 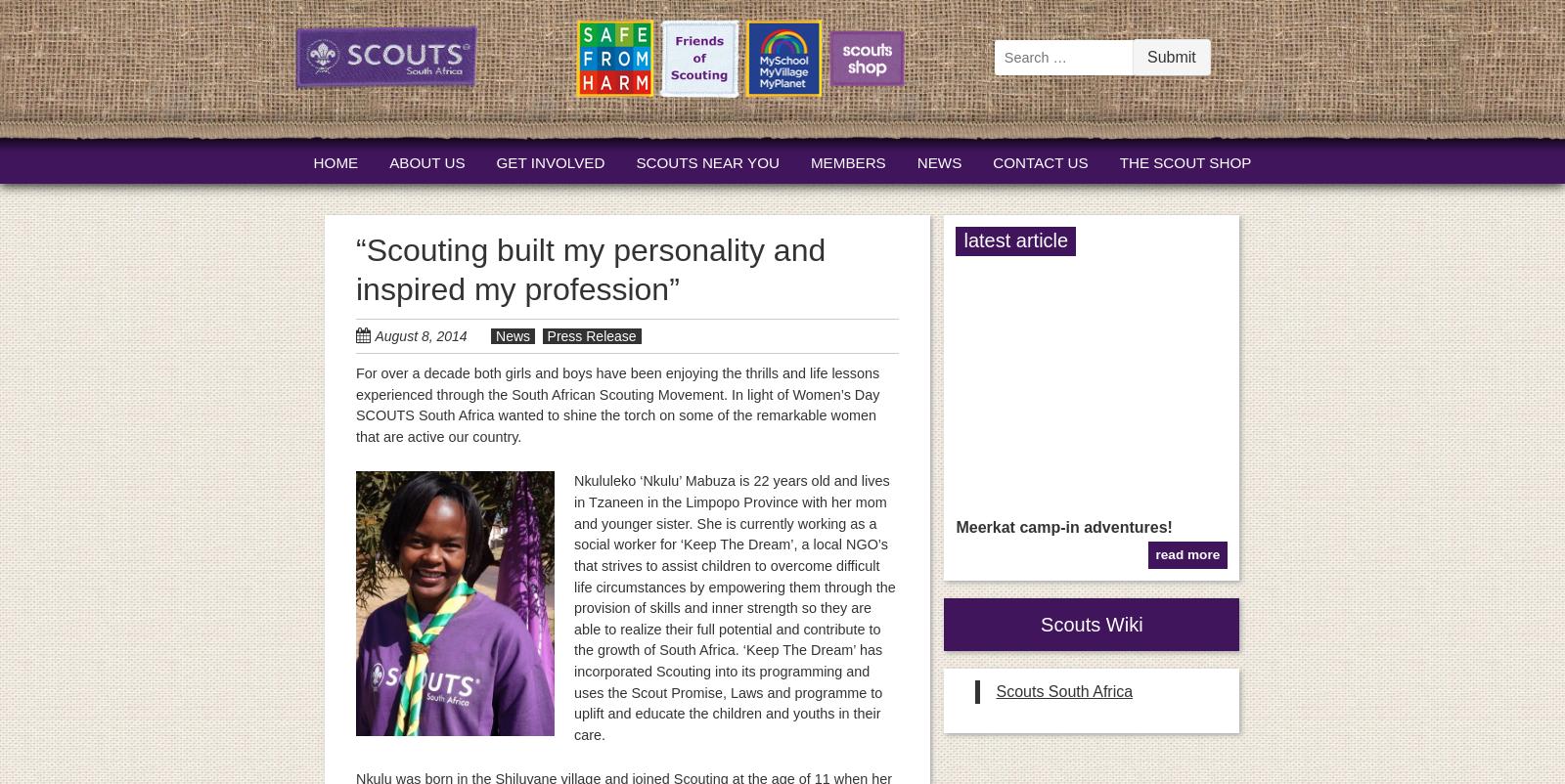 I want to click on 'Read More', so click(x=1186, y=554).